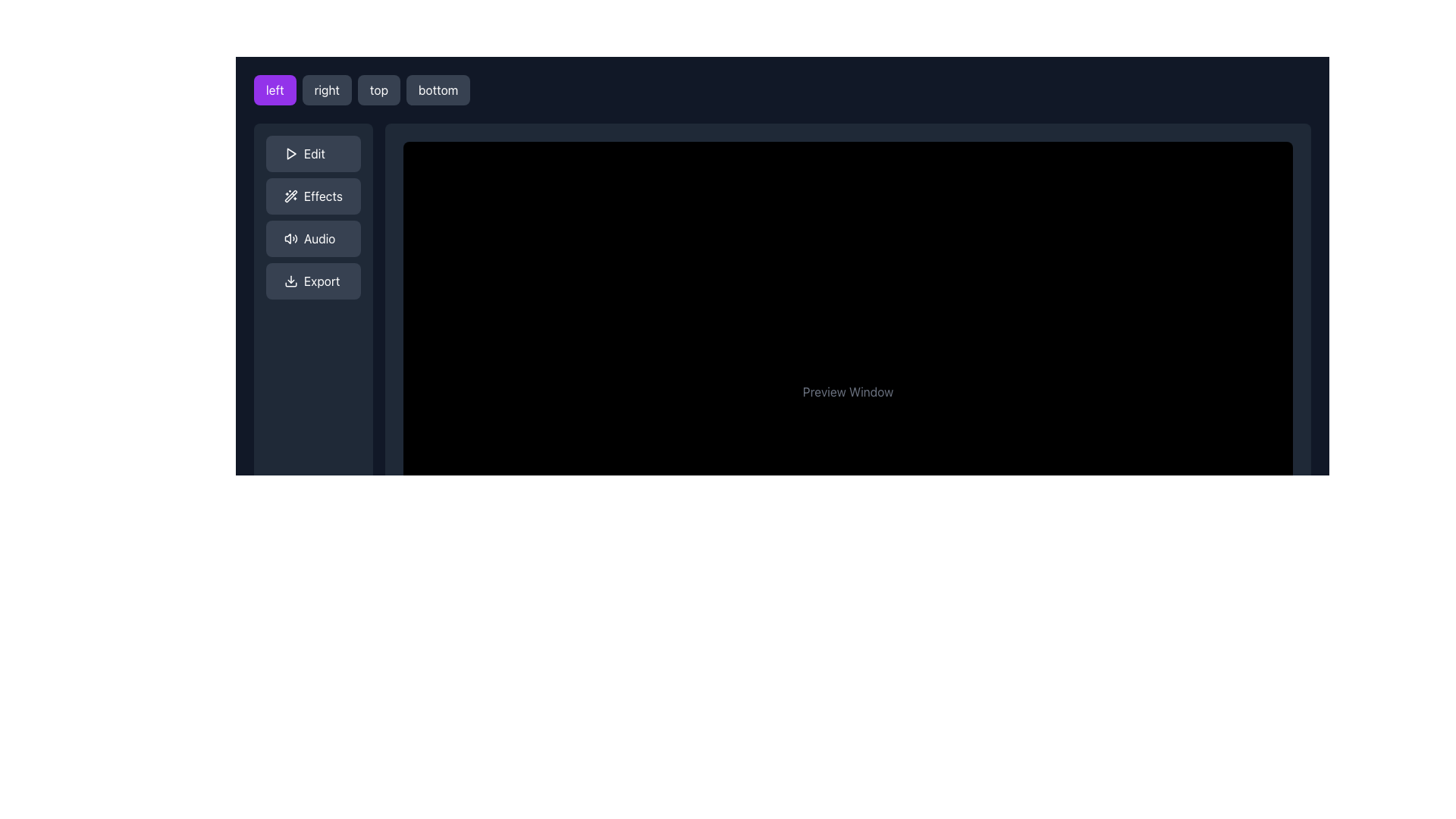 This screenshot has height=819, width=1456. Describe the element at coordinates (275, 90) in the screenshot. I see `the 'left' button, which is the first in a group of directional buttons located in the upper left area of the interface` at that location.